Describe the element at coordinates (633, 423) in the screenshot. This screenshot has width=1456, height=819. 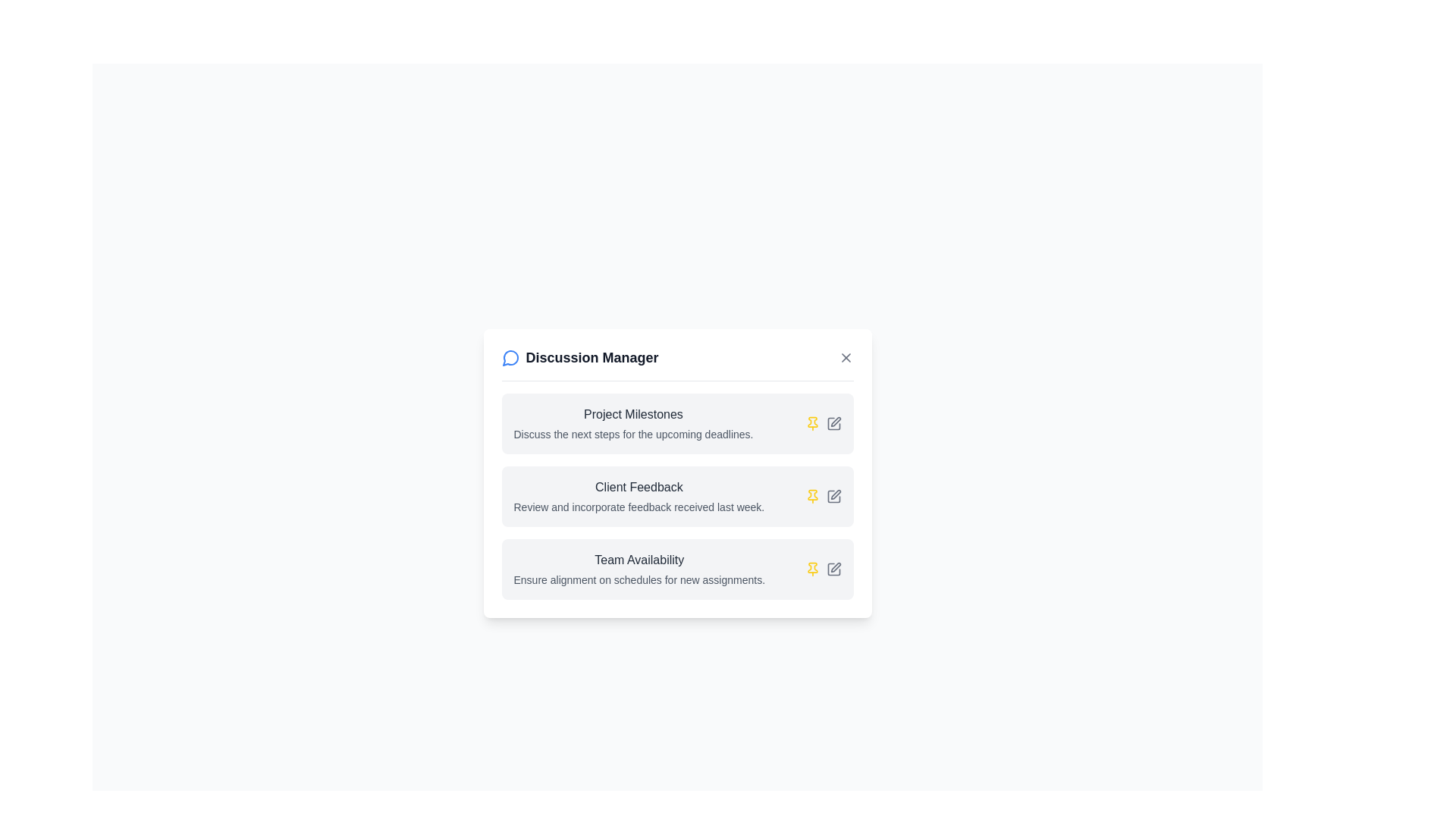
I see `text block titled 'Project Milestones' which contains the description 'Discuss the next steps for the upcoming deadlines.'` at that location.